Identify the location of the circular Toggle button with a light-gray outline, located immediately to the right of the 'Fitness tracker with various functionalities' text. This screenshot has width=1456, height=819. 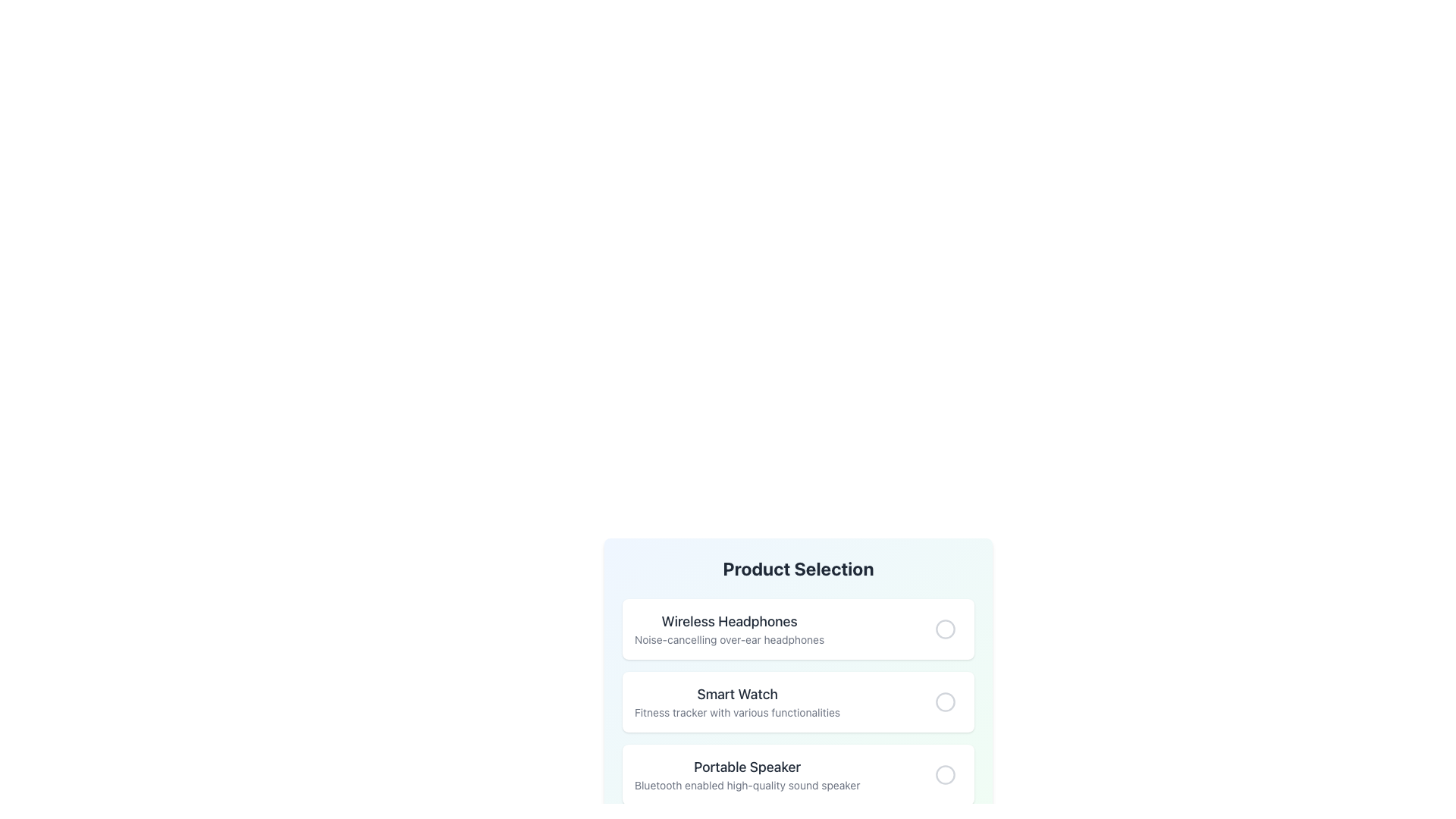
(945, 701).